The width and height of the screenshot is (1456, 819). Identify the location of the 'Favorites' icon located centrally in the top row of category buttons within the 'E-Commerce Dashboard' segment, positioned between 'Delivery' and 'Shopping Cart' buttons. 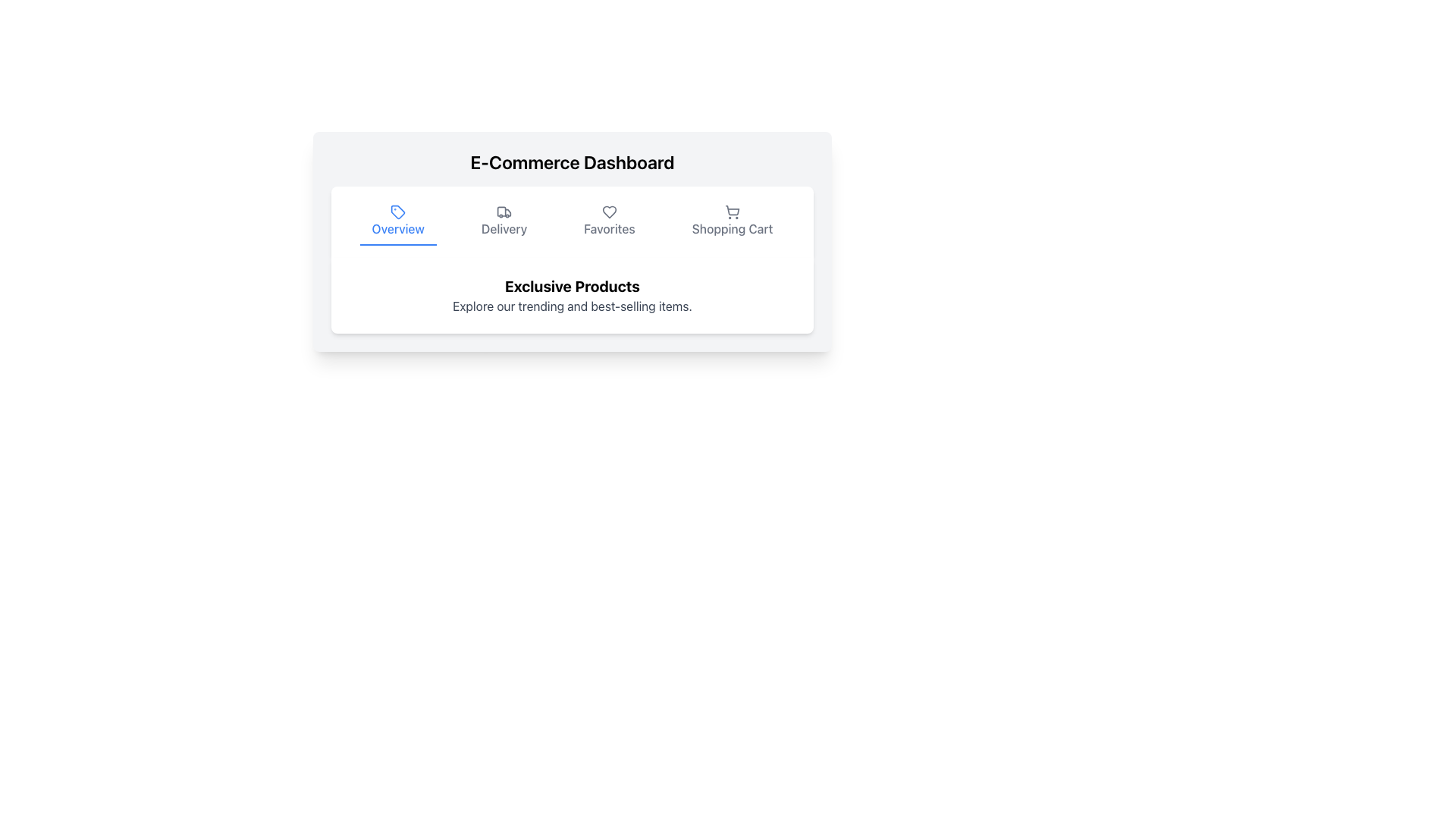
(609, 212).